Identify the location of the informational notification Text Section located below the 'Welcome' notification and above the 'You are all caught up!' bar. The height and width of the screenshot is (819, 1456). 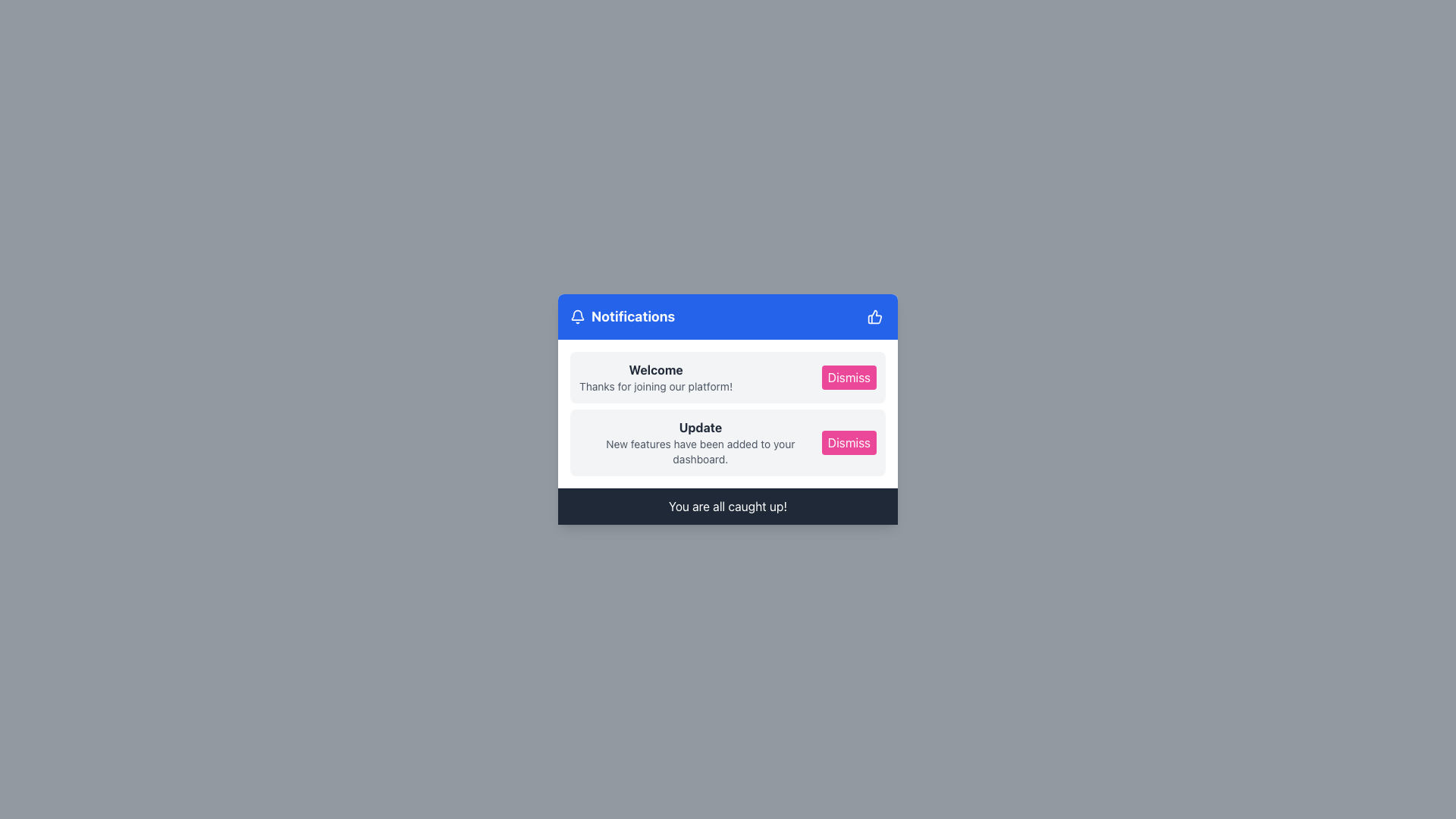
(699, 442).